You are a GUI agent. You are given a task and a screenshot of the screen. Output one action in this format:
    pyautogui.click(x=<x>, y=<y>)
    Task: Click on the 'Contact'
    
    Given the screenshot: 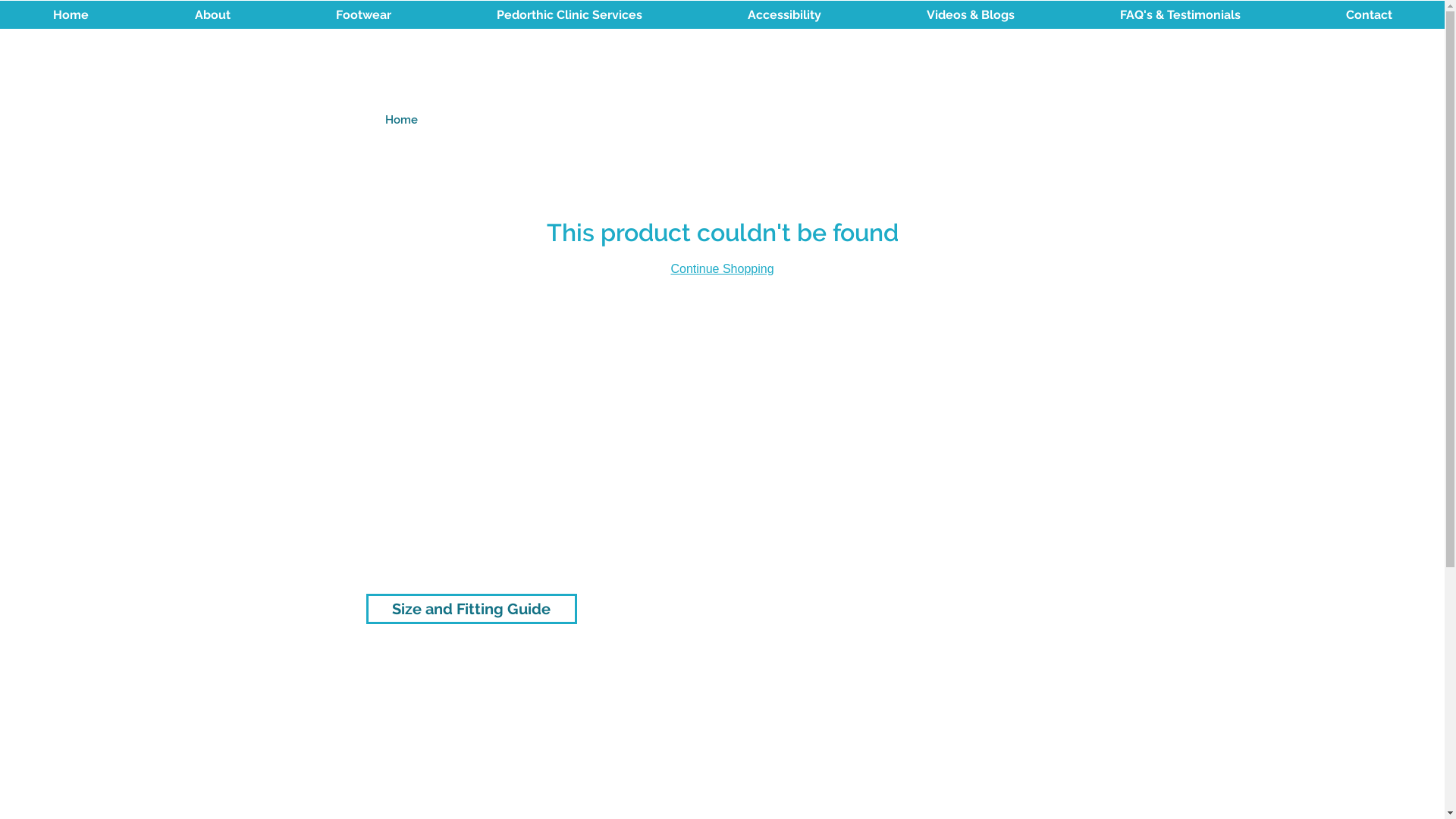 What is the action you would take?
    pyautogui.click(x=1368, y=14)
    